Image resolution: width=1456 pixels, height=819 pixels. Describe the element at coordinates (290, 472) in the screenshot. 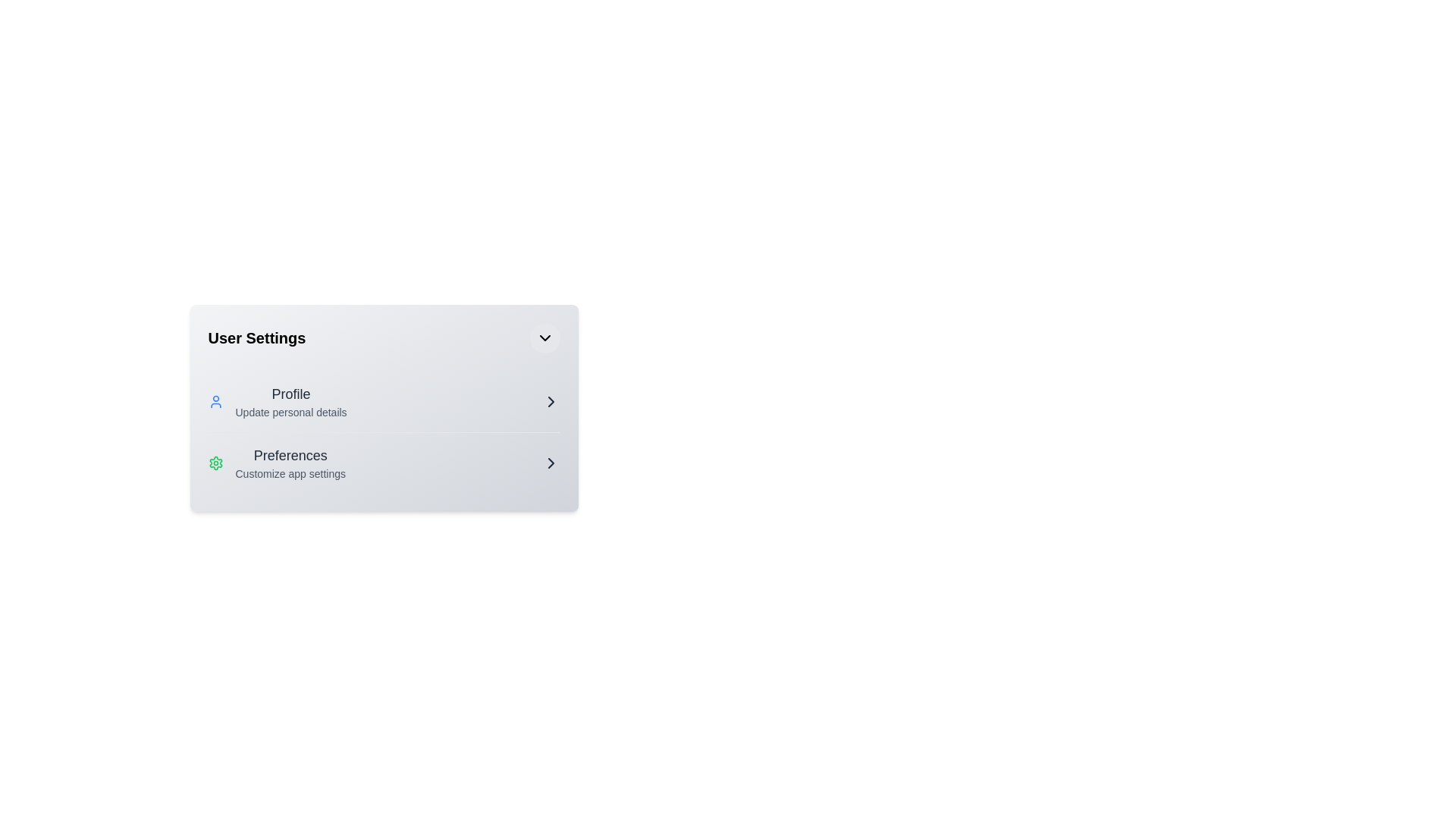

I see `text label 'Customize app settings' located beneath the 'Preferences' section` at that location.